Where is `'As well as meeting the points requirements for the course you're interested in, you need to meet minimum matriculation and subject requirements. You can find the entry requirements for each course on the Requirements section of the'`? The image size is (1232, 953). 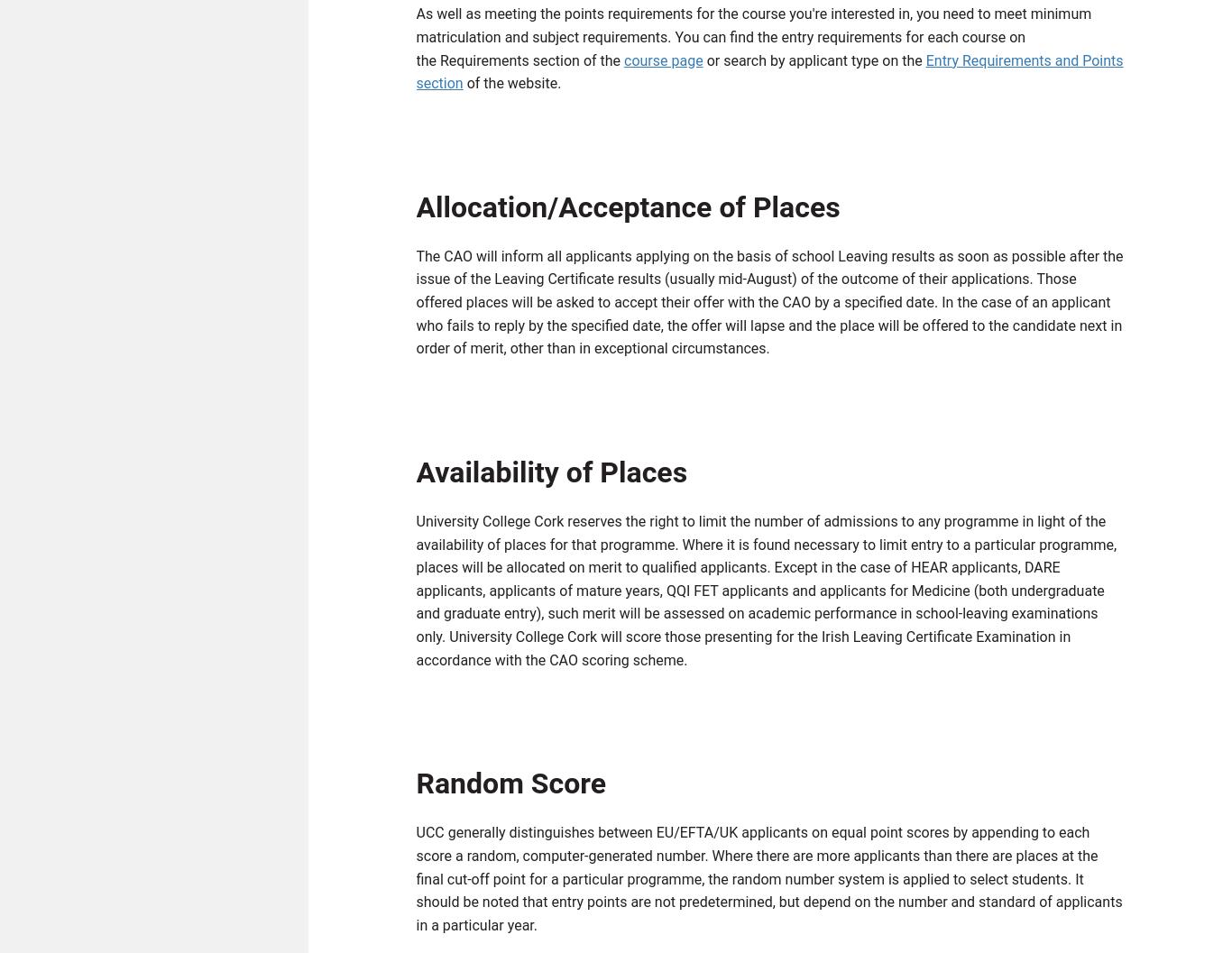
'As well as meeting the points requirements for the course you're interested in, you need to meet minimum matriculation and subject requirements. You can find the entry requirements for each course on the Requirements section of the' is located at coordinates (752, 41).